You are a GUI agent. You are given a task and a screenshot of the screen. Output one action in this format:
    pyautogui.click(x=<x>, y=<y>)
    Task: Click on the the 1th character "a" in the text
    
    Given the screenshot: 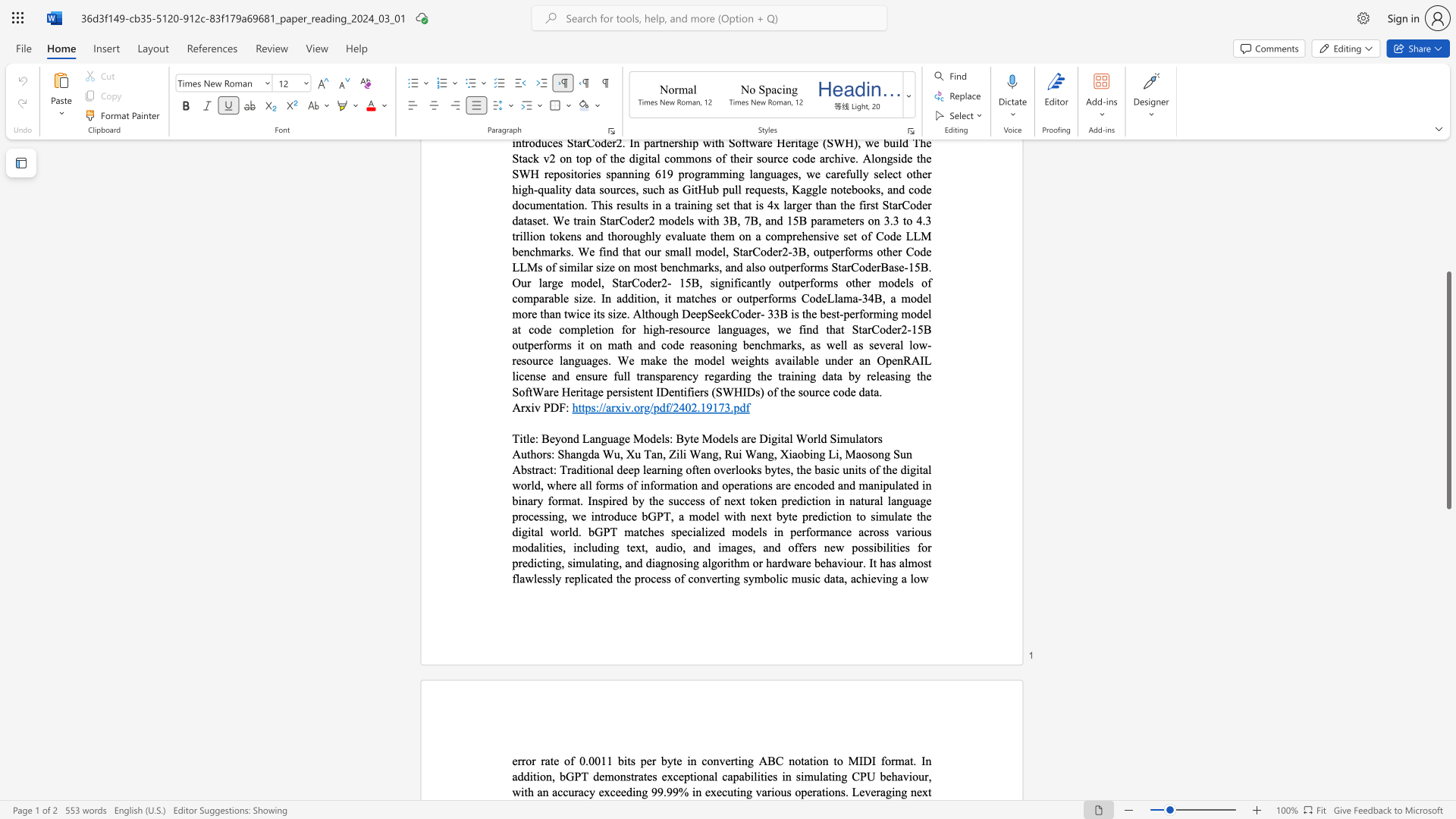 What is the action you would take?
    pyautogui.click(x=541, y=469)
    